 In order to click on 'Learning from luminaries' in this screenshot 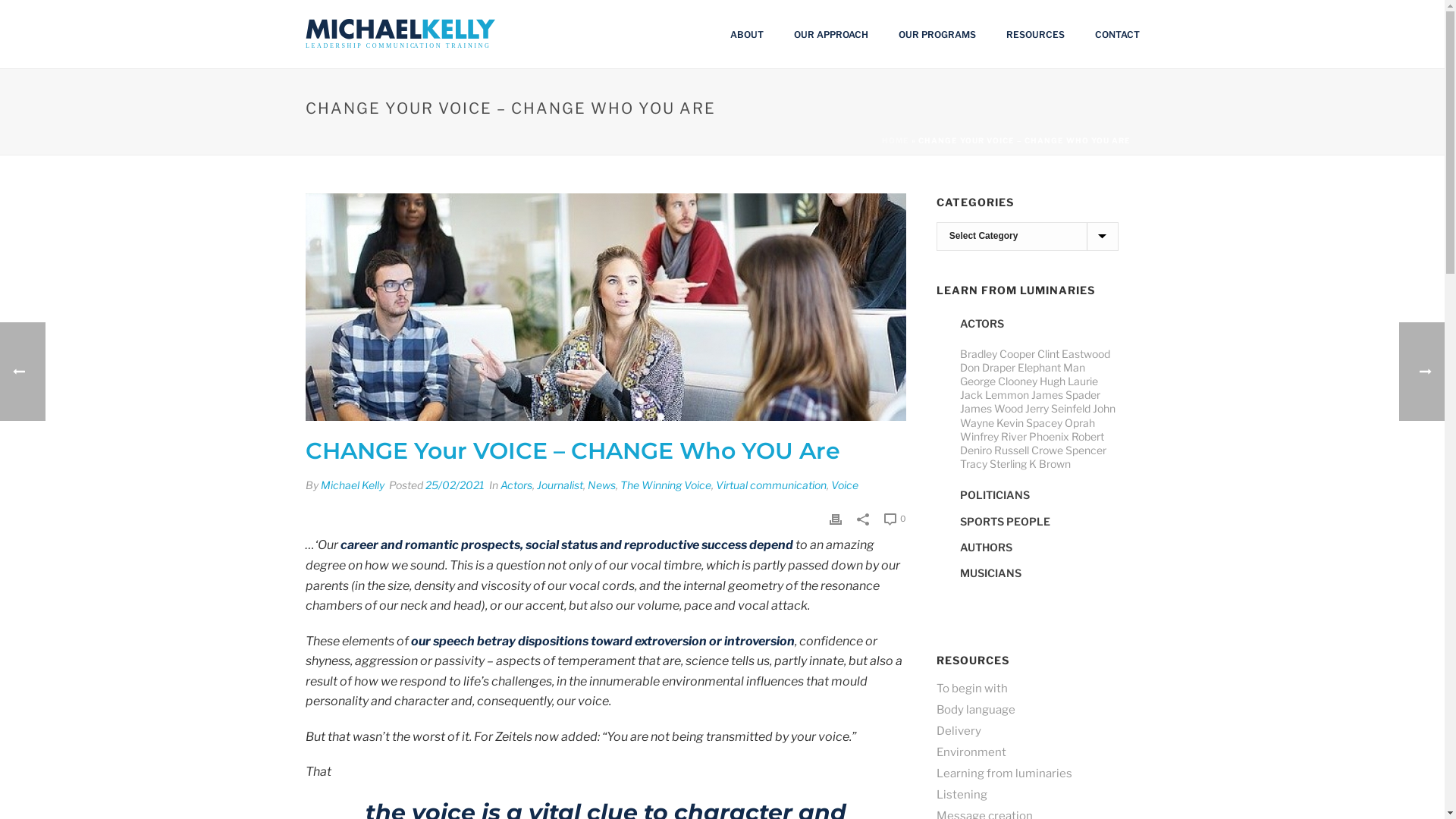, I will do `click(1004, 773)`.